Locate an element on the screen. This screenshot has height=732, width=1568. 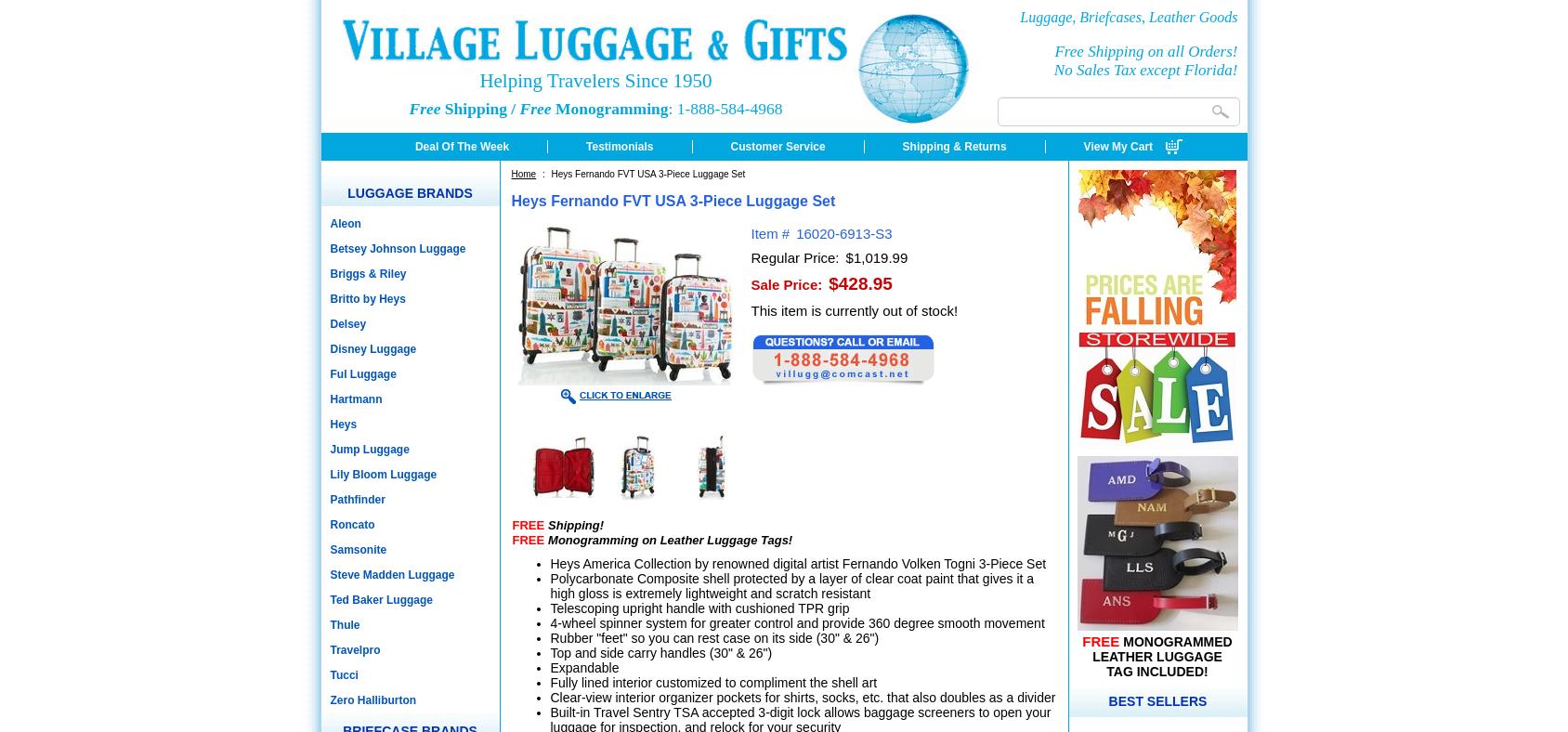
'Aleon' is located at coordinates (345, 222).